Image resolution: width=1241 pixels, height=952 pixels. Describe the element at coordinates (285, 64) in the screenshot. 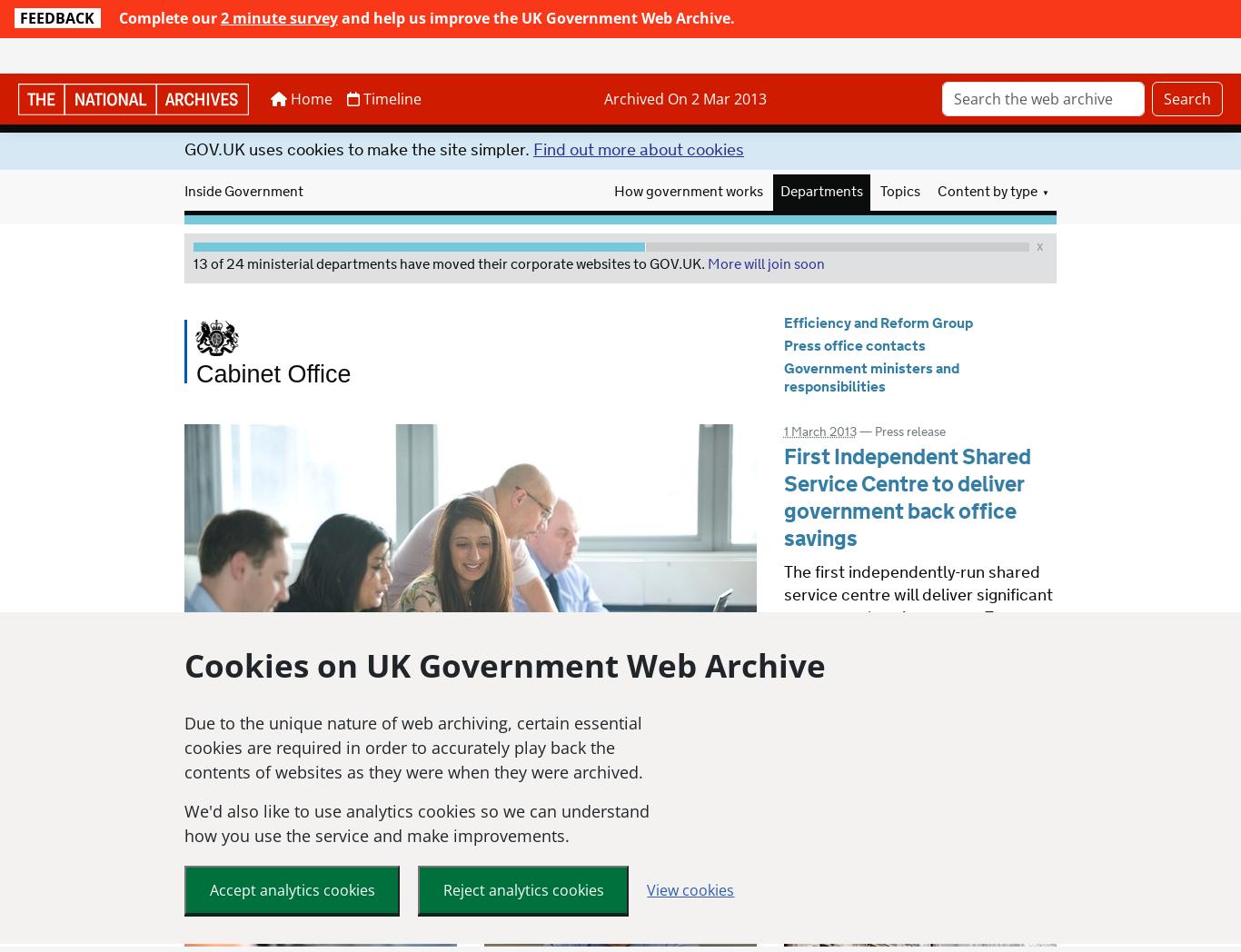

I see `'Home'` at that location.